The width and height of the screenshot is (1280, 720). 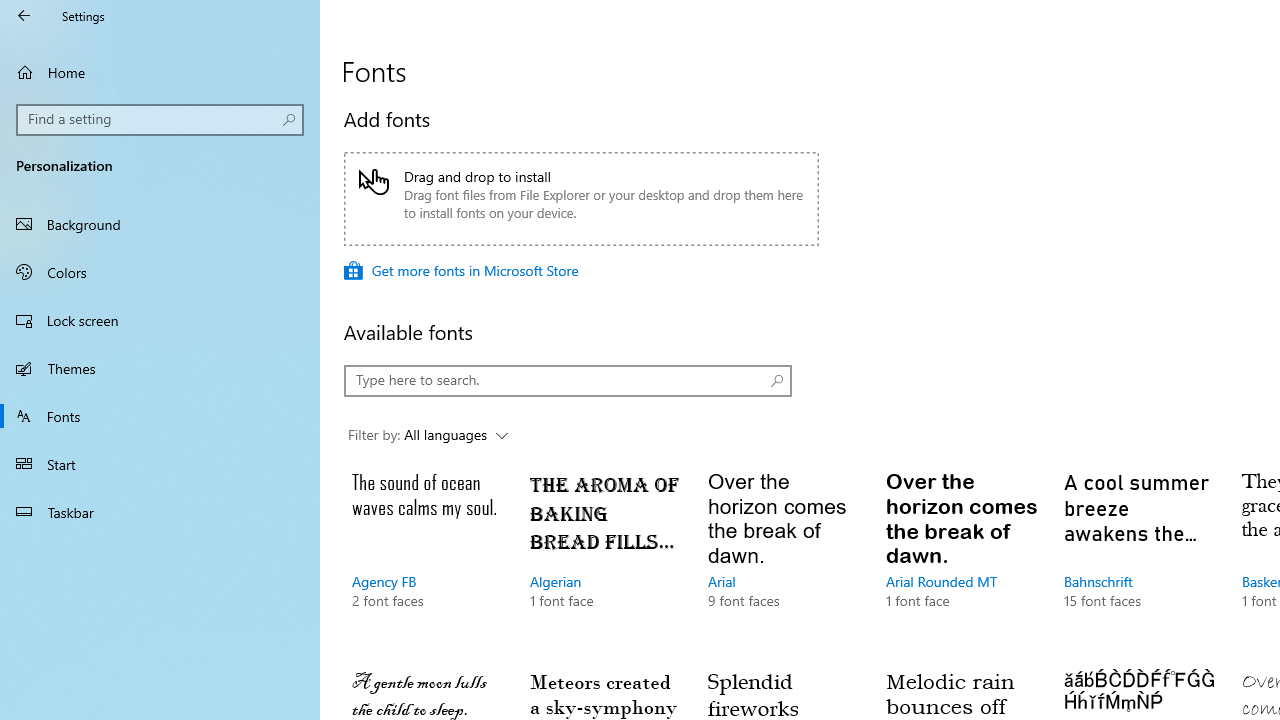 I want to click on 'Agency FB, 2 font faces', so click(x=425, y=560).